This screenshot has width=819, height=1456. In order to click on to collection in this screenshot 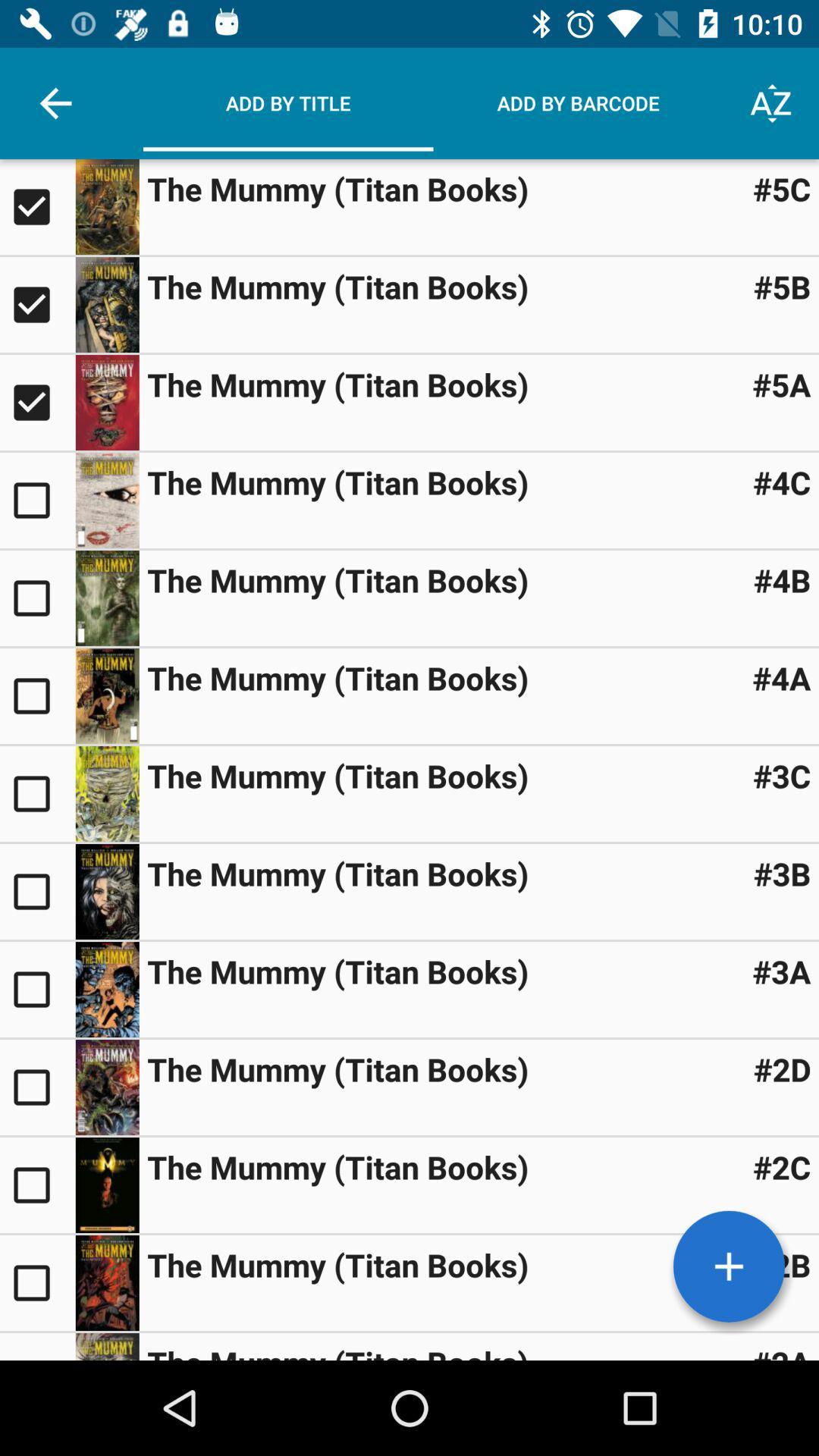, I will do `click(36, 1185)`.